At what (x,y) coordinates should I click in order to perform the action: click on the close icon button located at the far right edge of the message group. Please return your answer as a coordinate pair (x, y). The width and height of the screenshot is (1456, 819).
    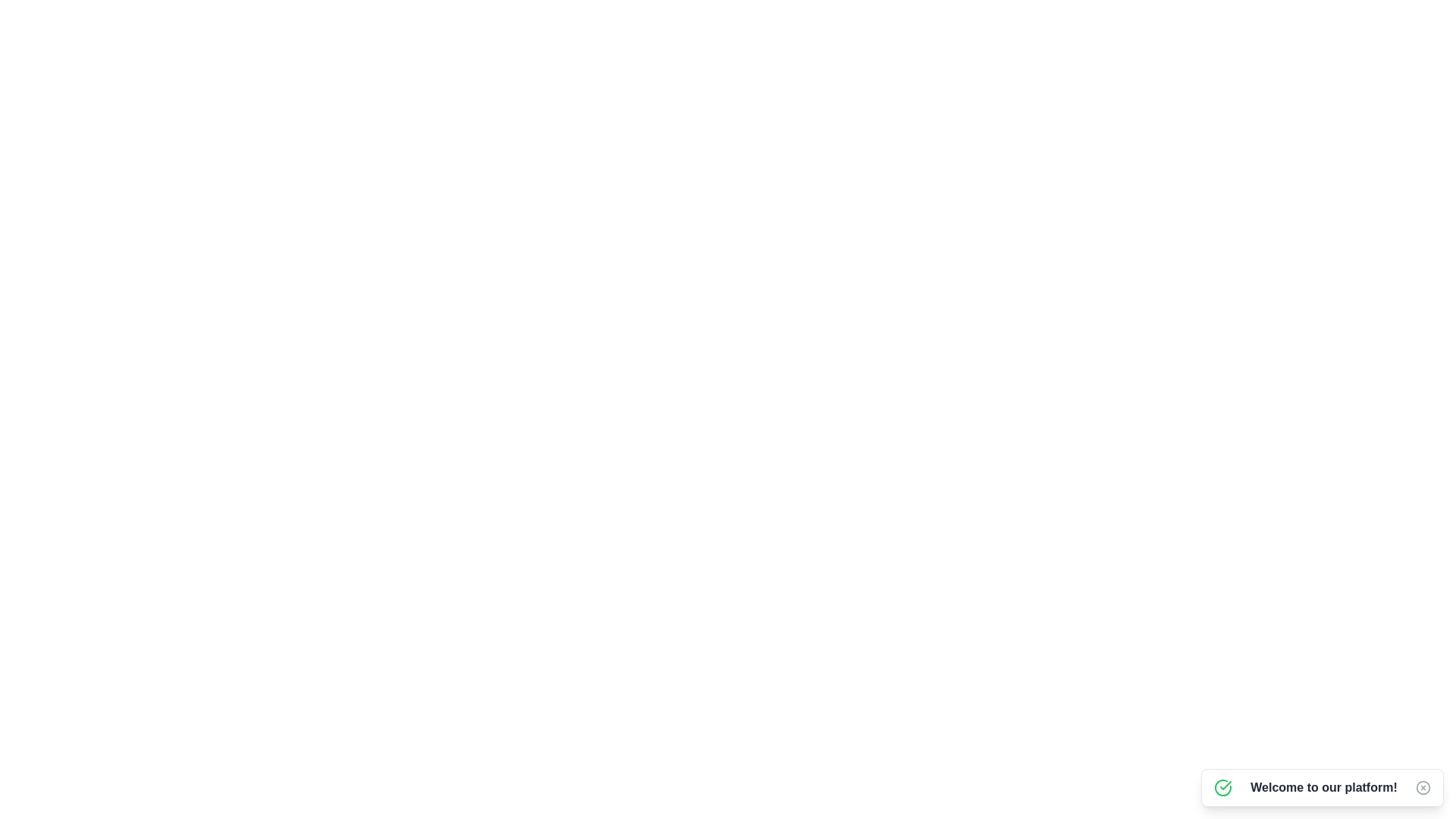
    Looking at the image, I should click on (1422, 786).